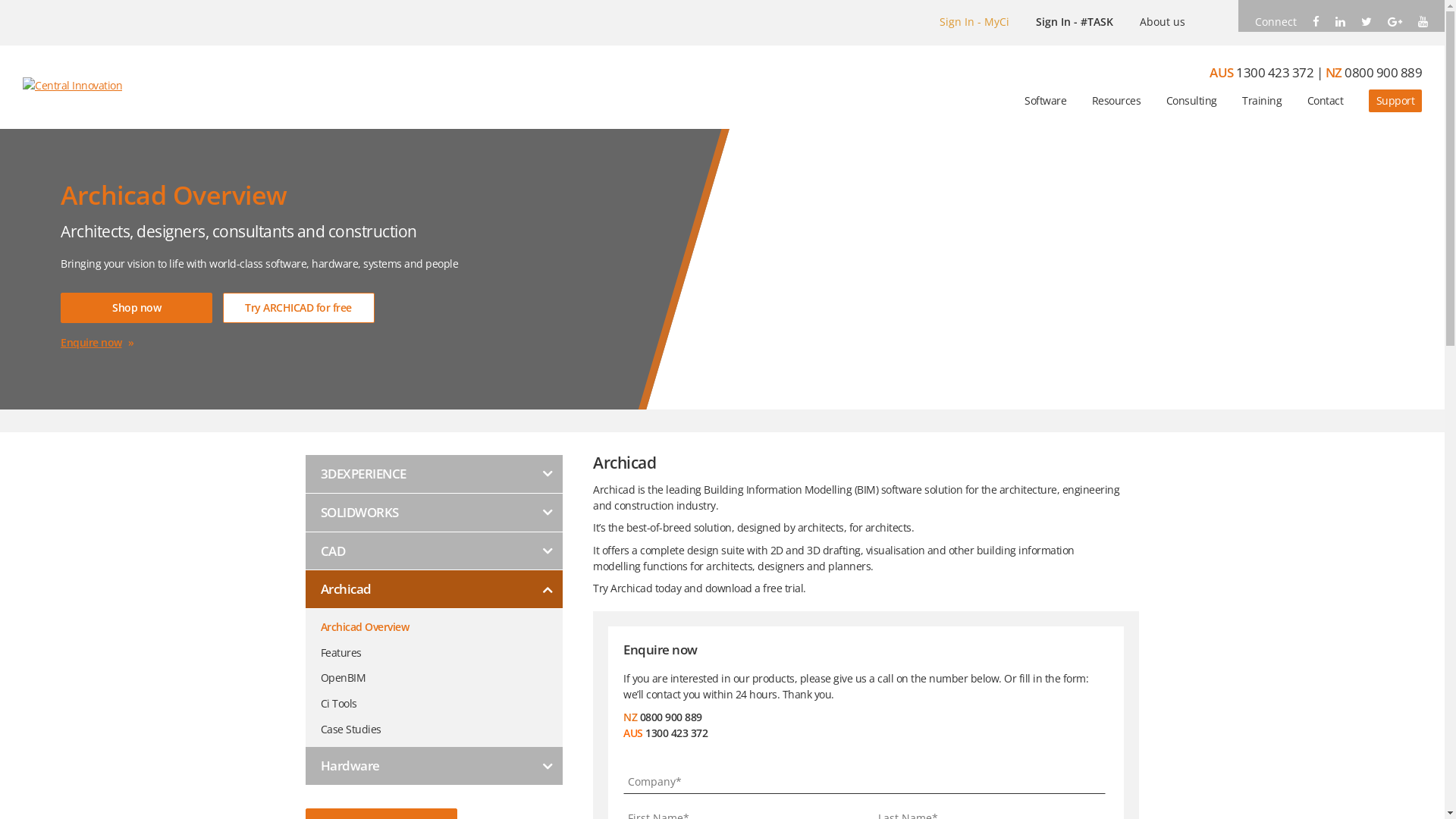  What do you see at coordinates (1236, 72) in the screenshot?
I see `'1300 423 372'` at bounding box center [1236, 72].